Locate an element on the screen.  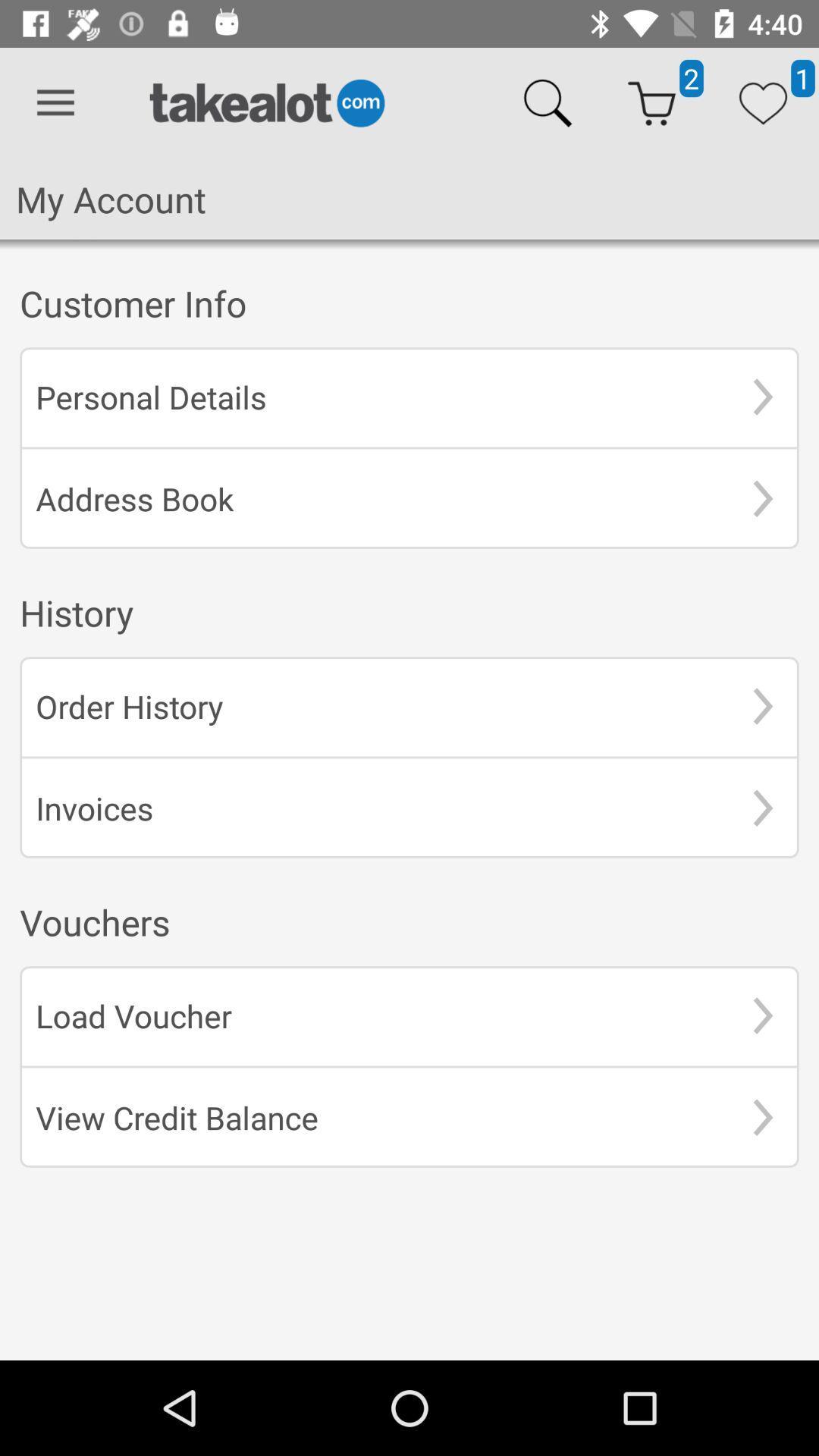
the icon above my account item is located at coordinates (55, 102).